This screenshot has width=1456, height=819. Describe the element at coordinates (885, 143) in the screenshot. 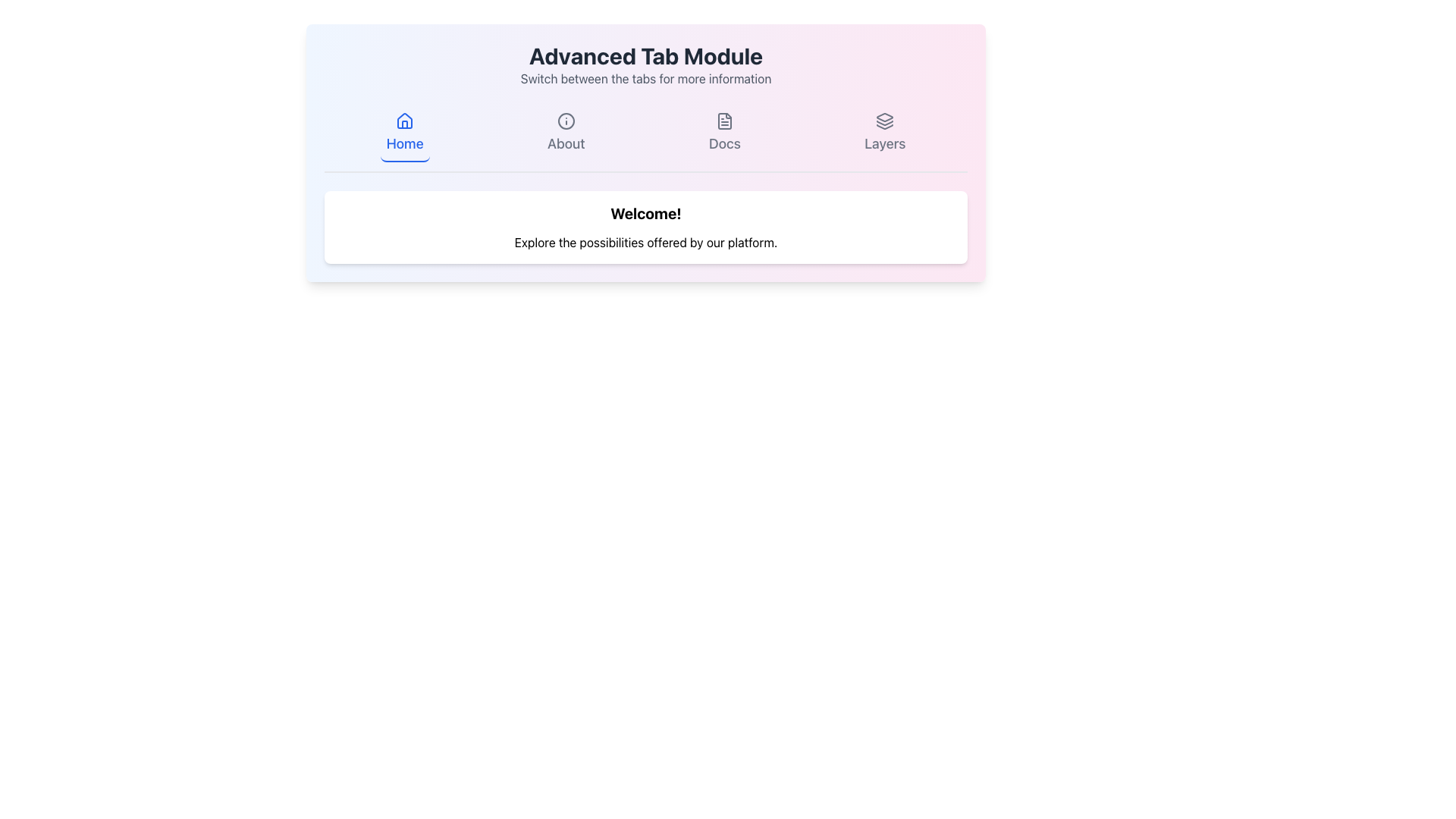

I see `the 'Layers' text label located in the navigation bar, which is the fourth item from the left, under the corresponding stack-like icon` at that location.